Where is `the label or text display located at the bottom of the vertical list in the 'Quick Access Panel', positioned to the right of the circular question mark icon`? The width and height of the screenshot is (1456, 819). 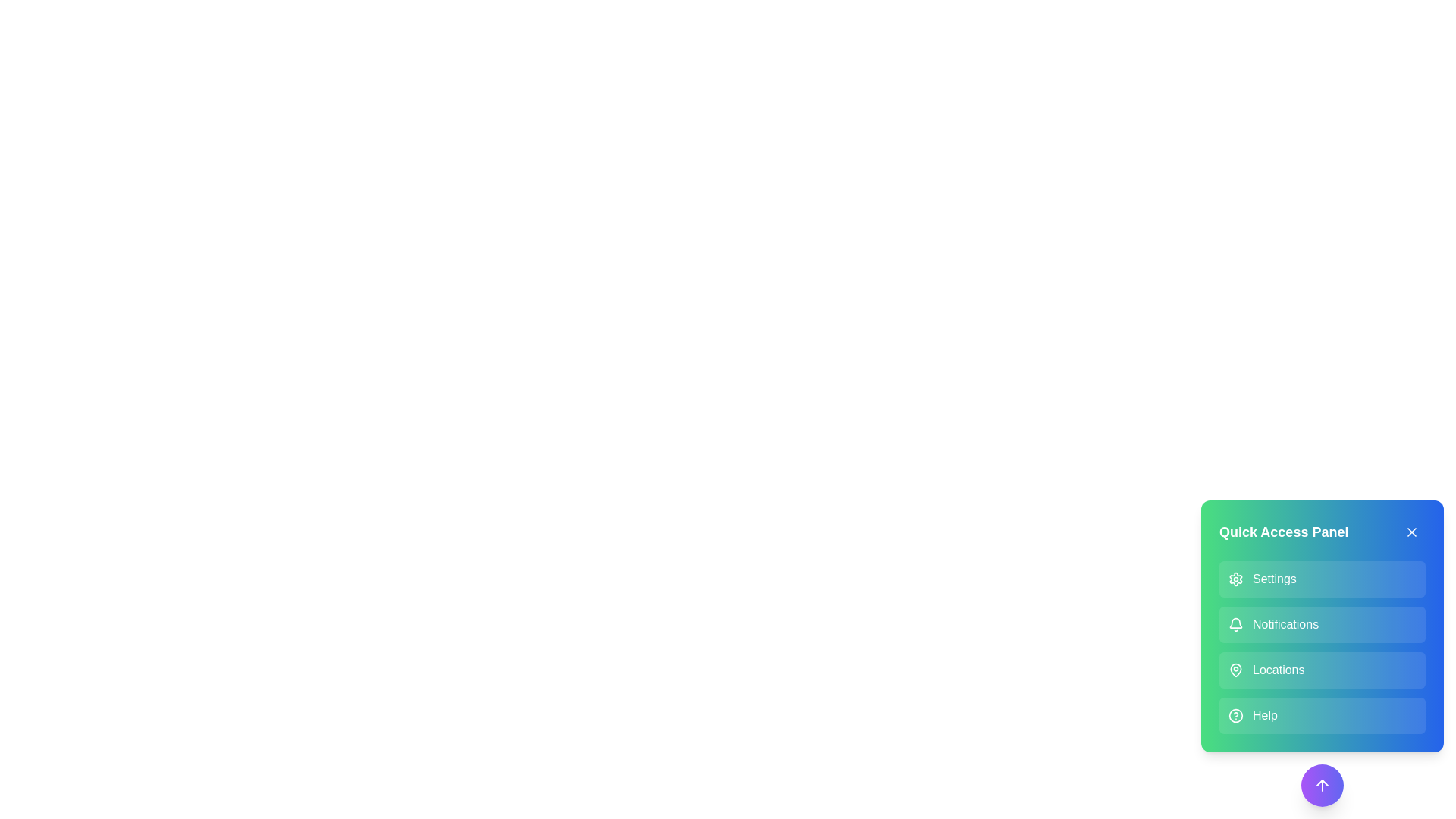
the label or text display located at the bottom of the vertical list in the 'Quick Access Panel', positioned to the right of the circular question mark icon is located at coordinates (1265, 716).